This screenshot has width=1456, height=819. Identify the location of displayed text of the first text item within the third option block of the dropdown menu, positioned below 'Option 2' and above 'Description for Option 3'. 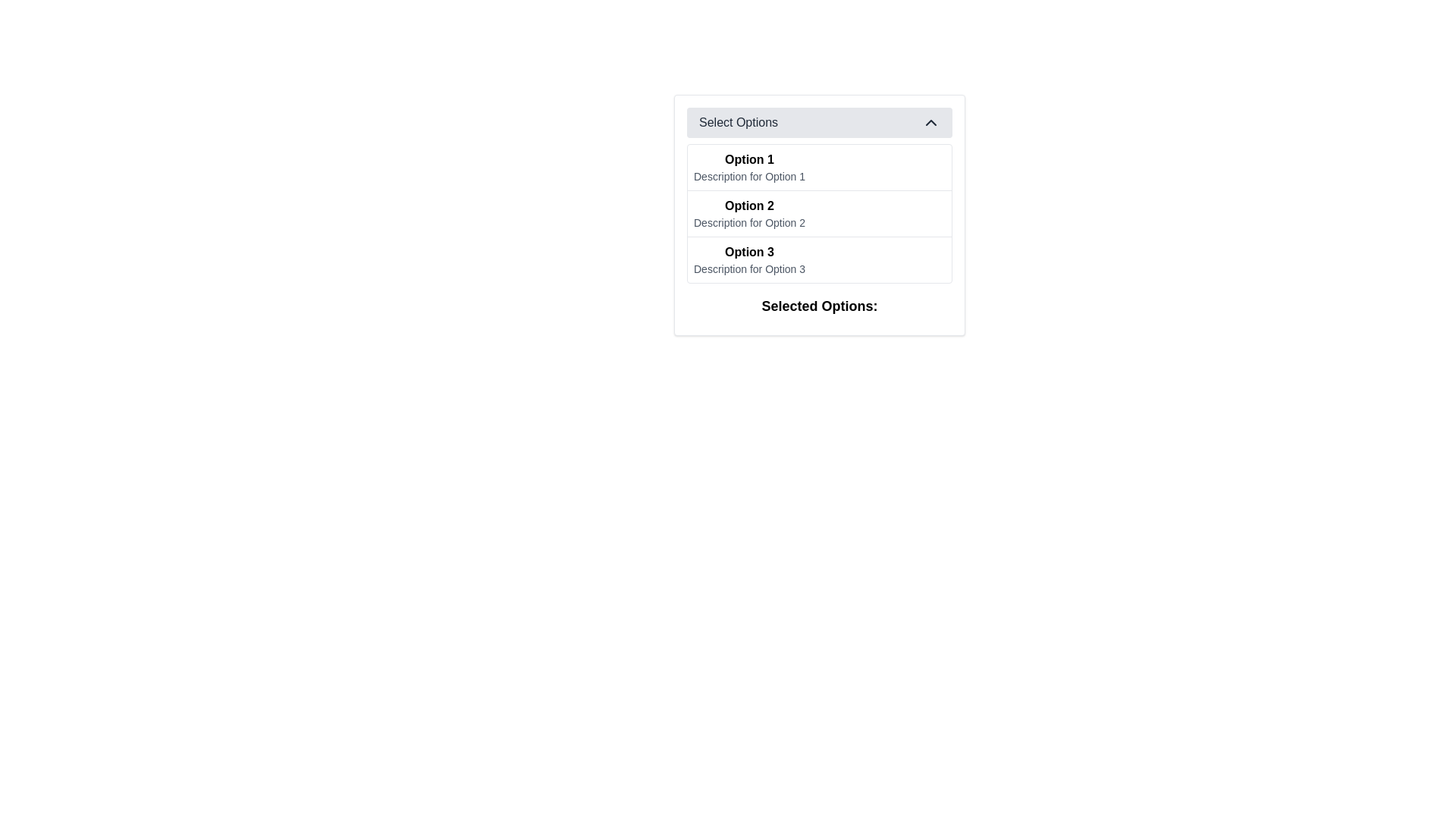
(749, 251).